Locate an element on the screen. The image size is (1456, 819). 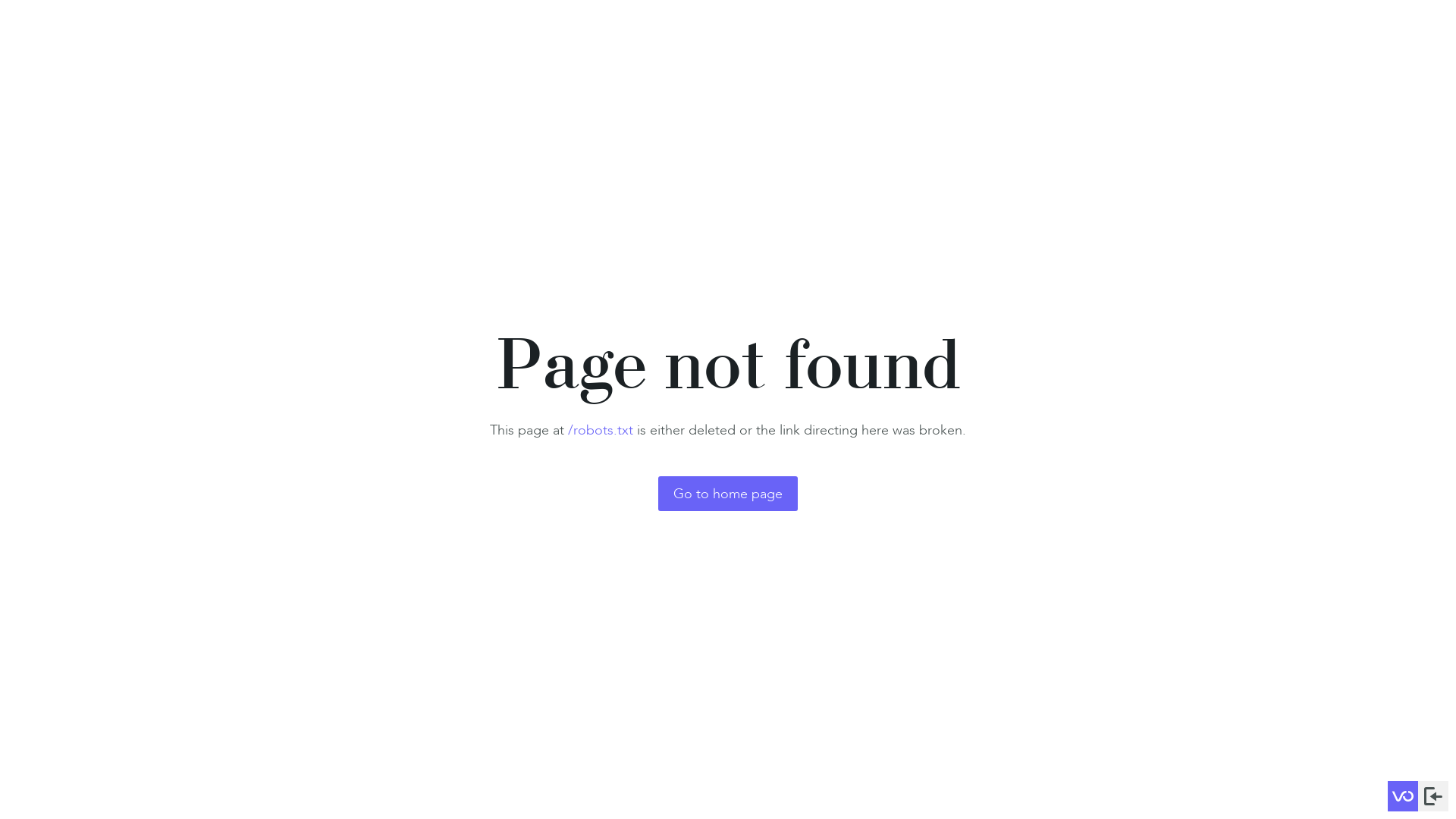
'Go to home page' is located at coordinates (728, 494).